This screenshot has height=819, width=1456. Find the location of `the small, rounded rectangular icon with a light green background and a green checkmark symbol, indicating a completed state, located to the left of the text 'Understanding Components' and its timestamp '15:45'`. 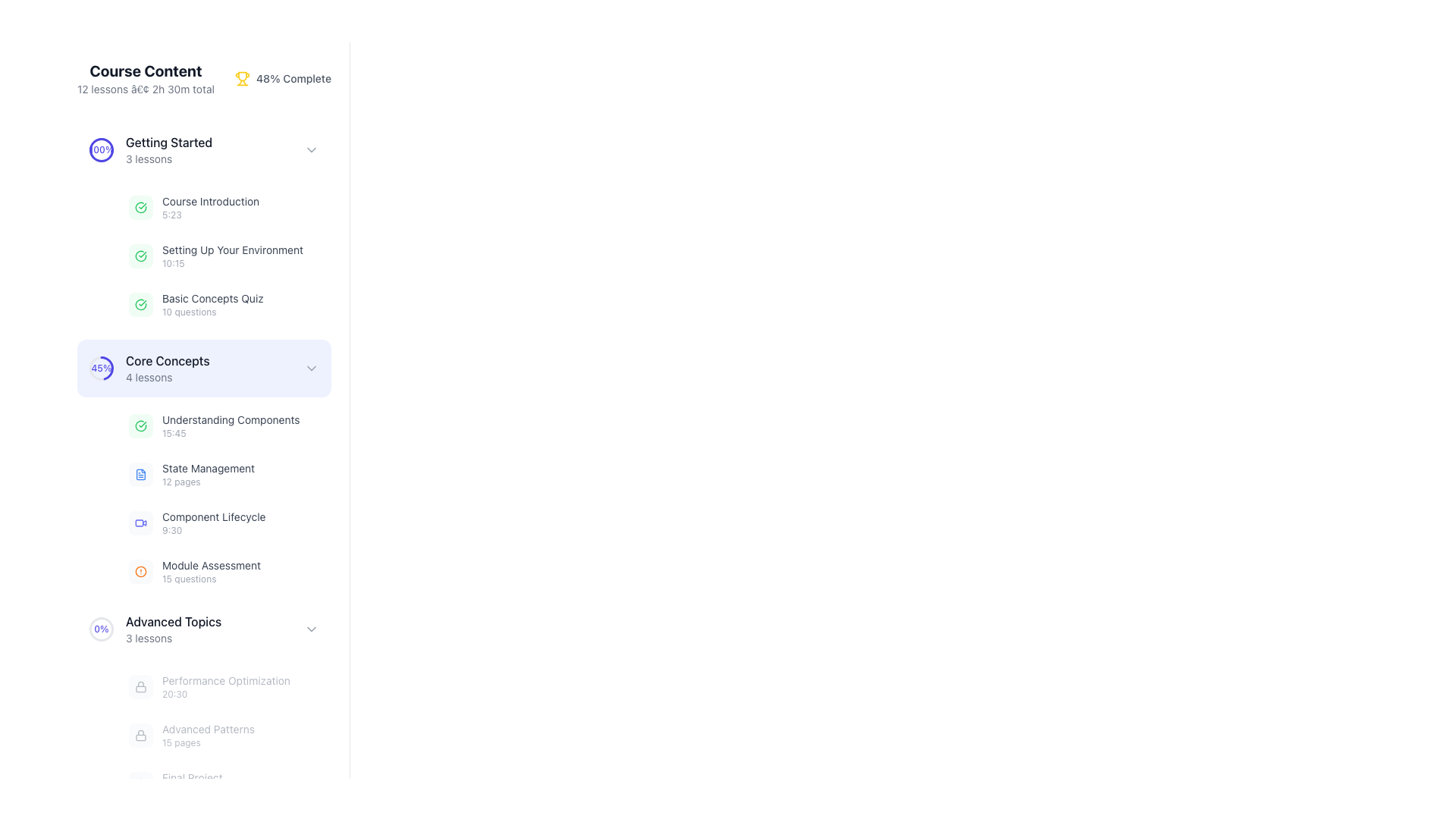

the small, rounded rectangular icon with a light green background and a green checkmark symbol, indicating a completed state, located to the left of the text 'Understanding Components' and its timestamp '15:45' is located at coordinates (141, 426).